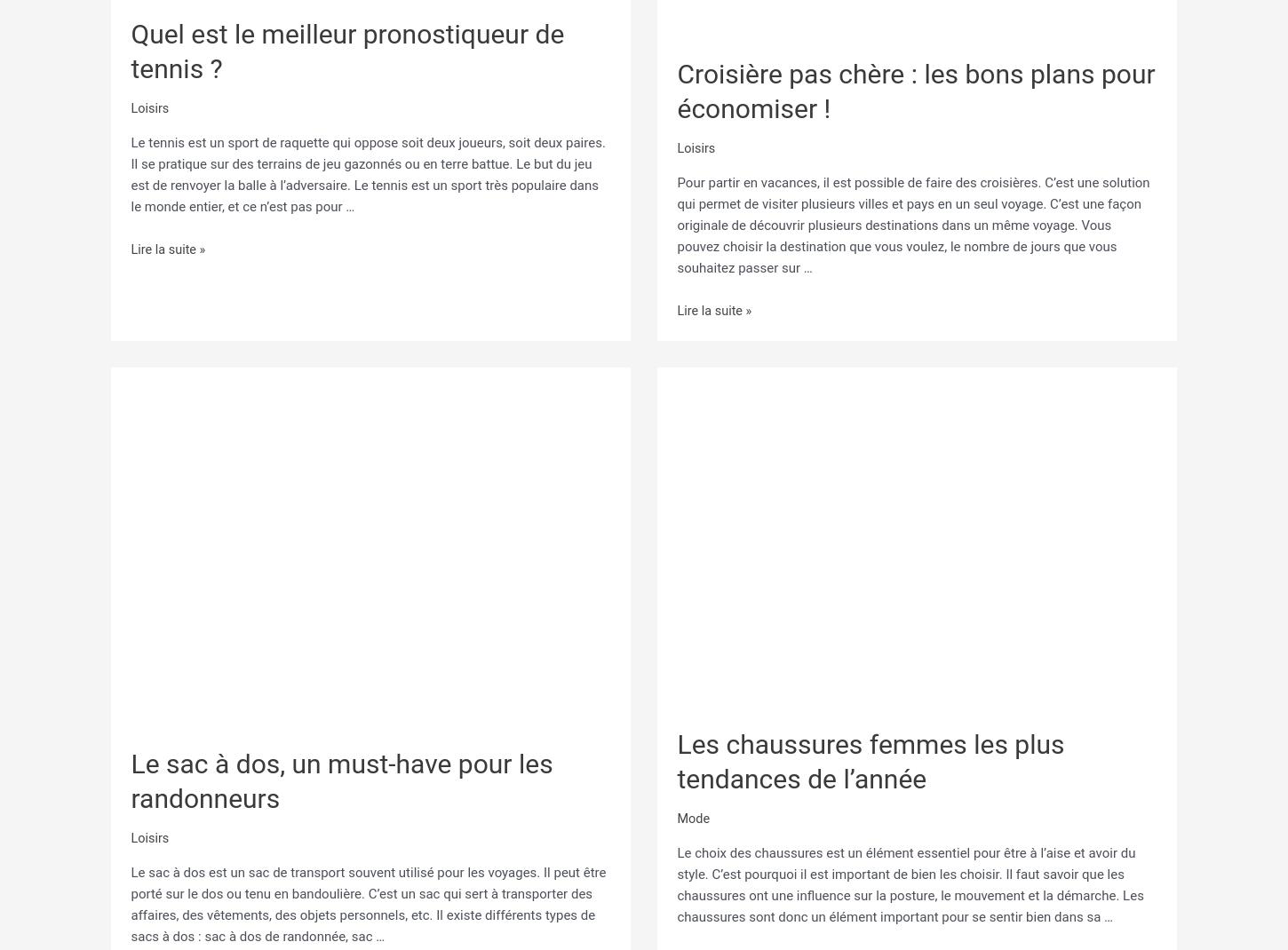  What do you see at coordinates (676, 881) in the screenshot?
I see `'Le choix des chaussures est un élément essentiel pour être à l’aise et avoir du style. C’est pourquoi il est important de bien les choisir. Il faut savoir que les chaussures ont une influence sur la posture, le mouvement et la démarche. Les chaussures sont donc un élément important pour se sentir bien dans sa …'` at bounding box center [676, 881].